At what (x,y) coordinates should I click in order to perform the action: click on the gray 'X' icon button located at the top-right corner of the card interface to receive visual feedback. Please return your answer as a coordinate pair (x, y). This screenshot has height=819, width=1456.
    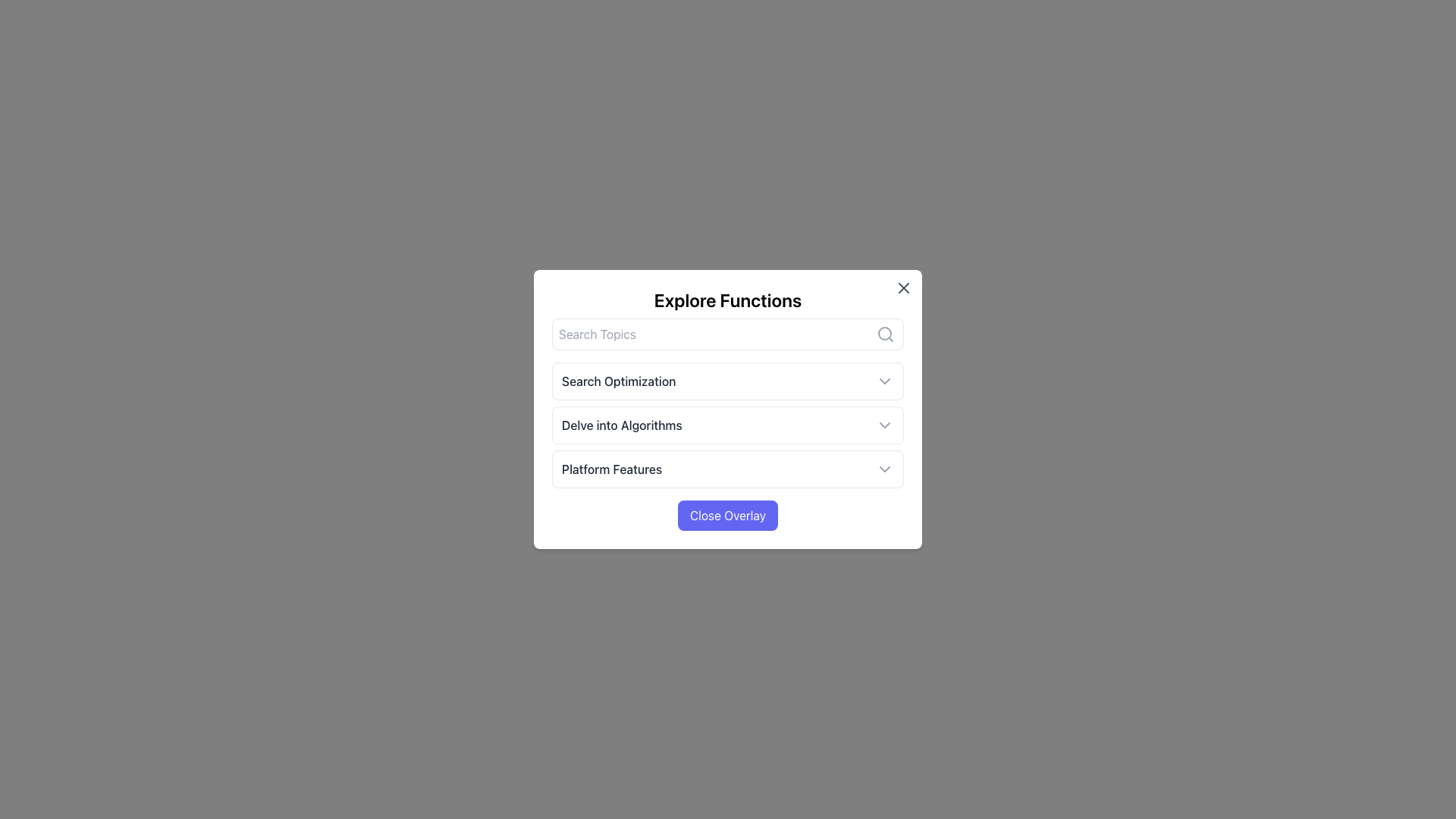
    Looking at the image, I should click on (903, 288).